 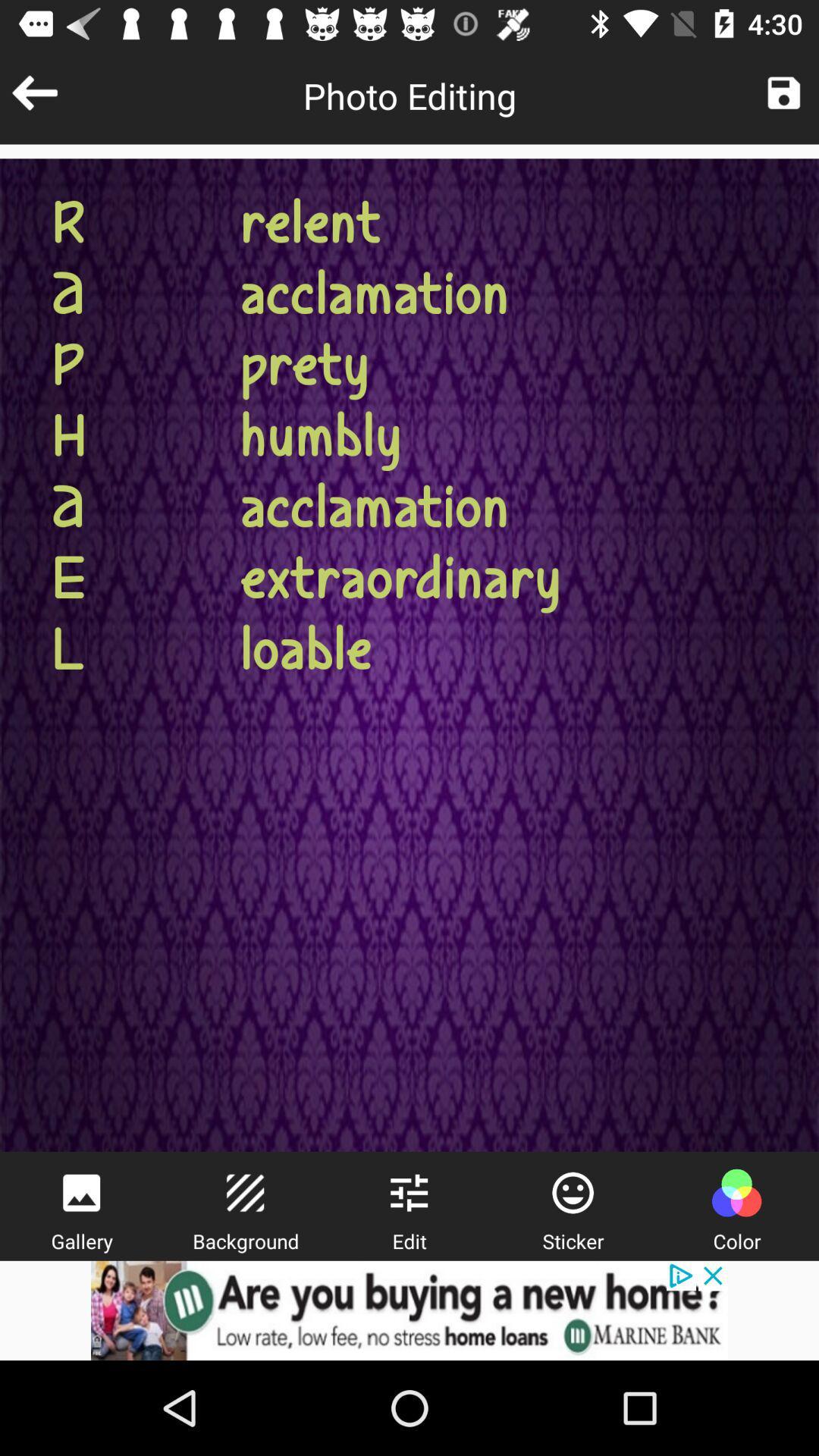 What do you see at coordinates (244, 1192) in the screenshot?
I see `edit background` at bounding box center [244, 1192].